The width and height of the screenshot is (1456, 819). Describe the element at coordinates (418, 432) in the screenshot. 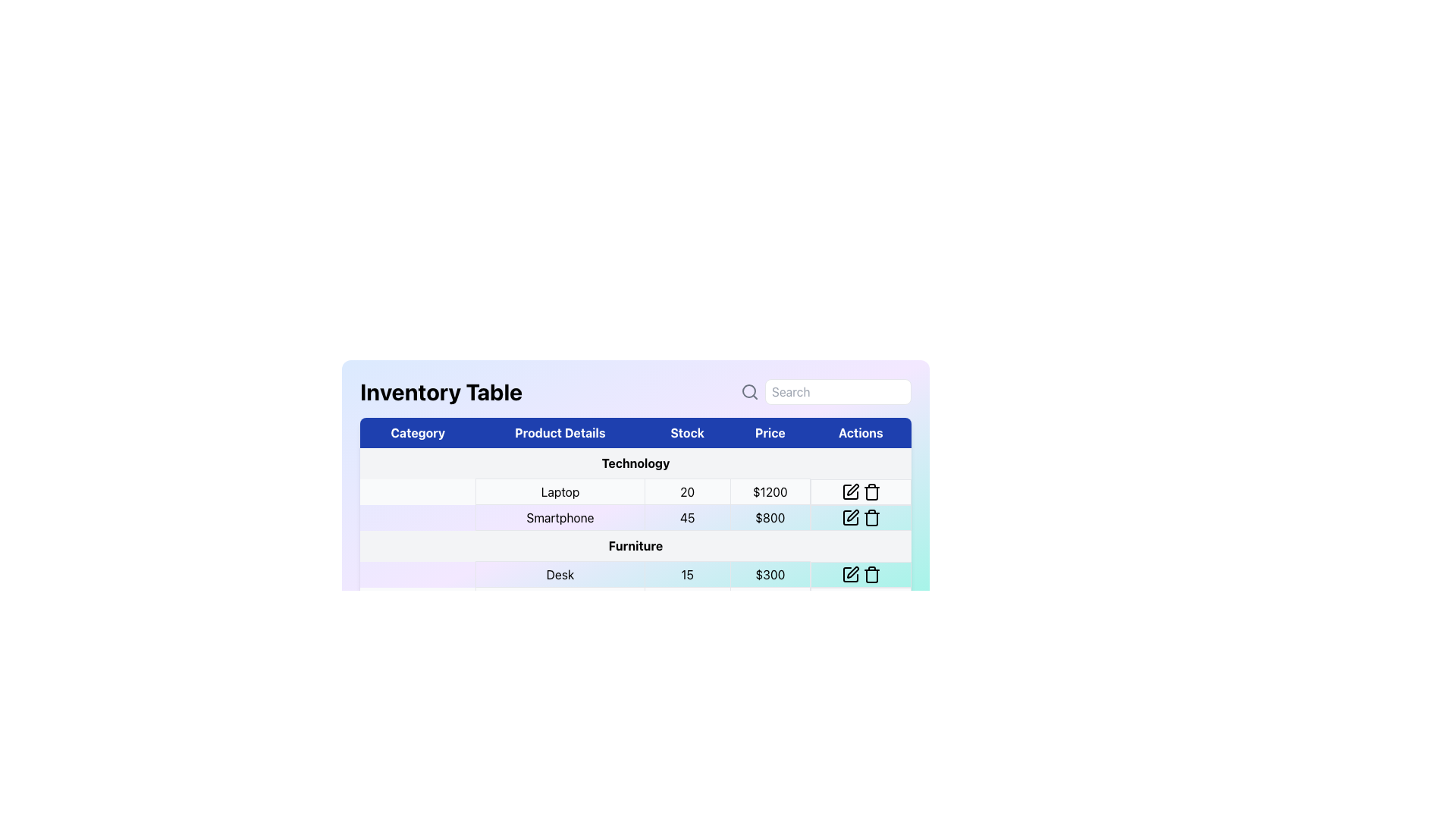

I see `the 'Category' table header, which is the first header in the sequence with bold, white text on a dark blue background, located in the topmost row of the table` at that location.